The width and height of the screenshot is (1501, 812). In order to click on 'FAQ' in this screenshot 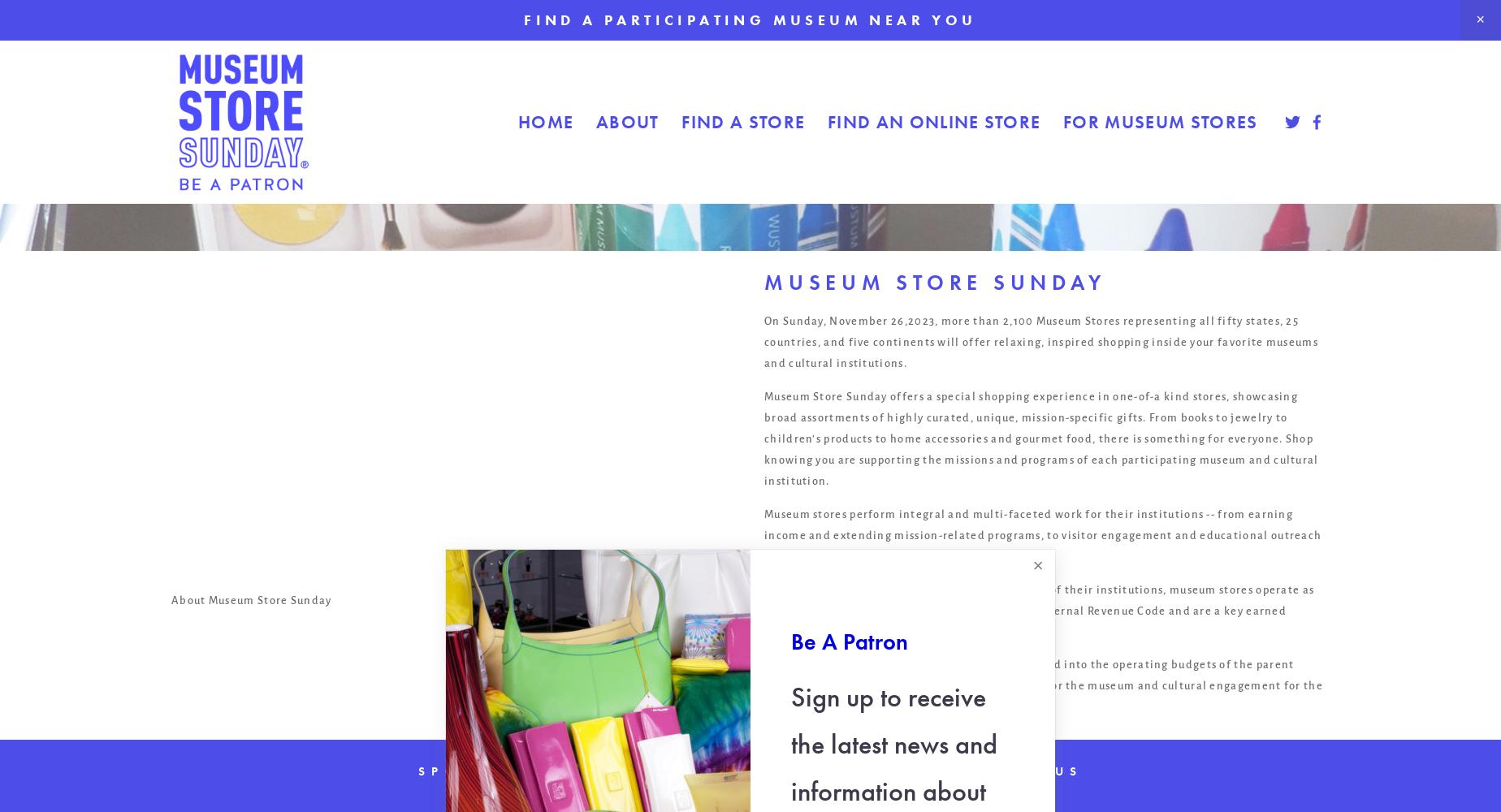, I will do `click(754, 770)`.